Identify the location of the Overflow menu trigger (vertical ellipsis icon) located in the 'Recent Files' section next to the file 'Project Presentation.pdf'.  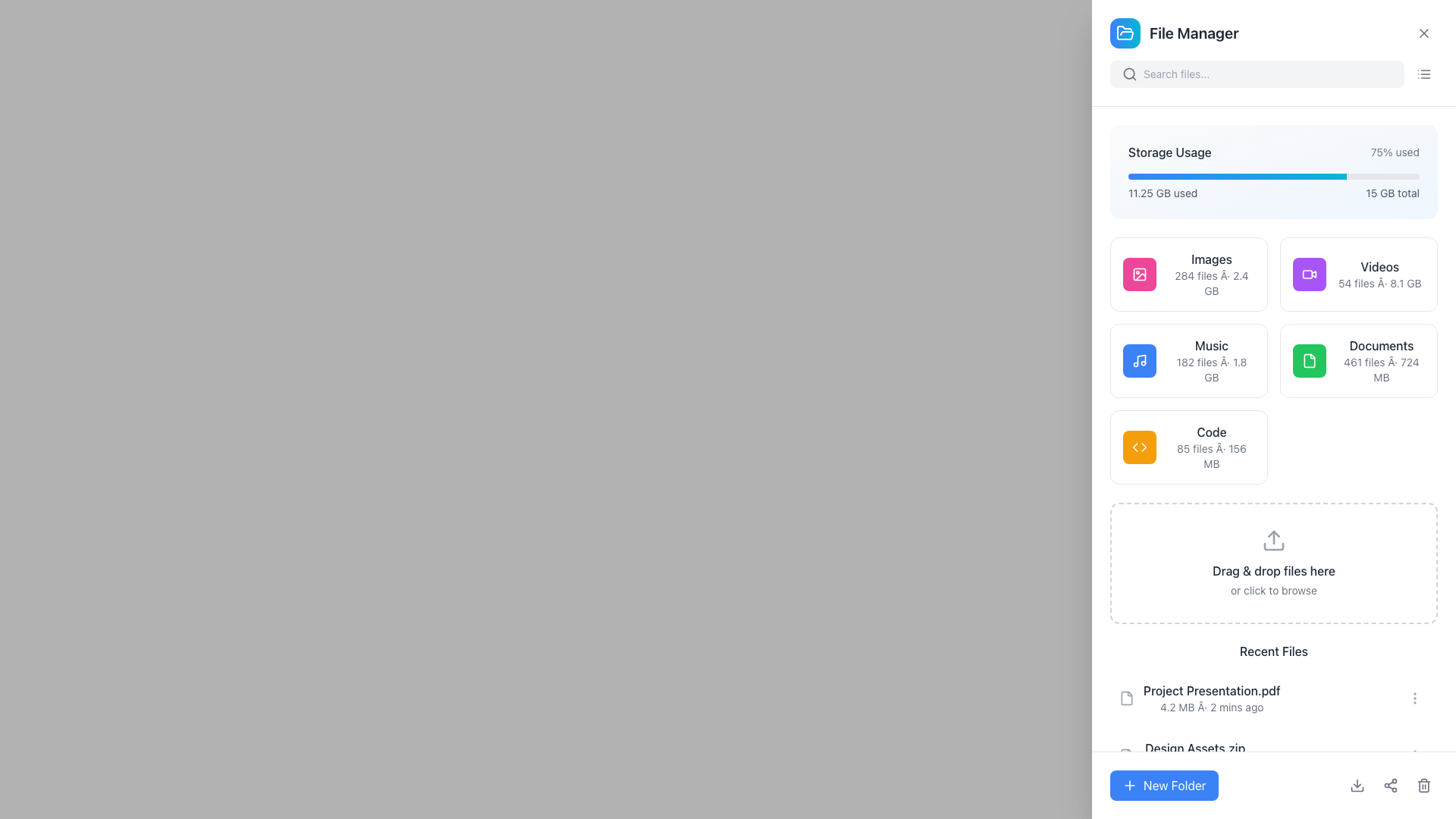
(1414, 698).